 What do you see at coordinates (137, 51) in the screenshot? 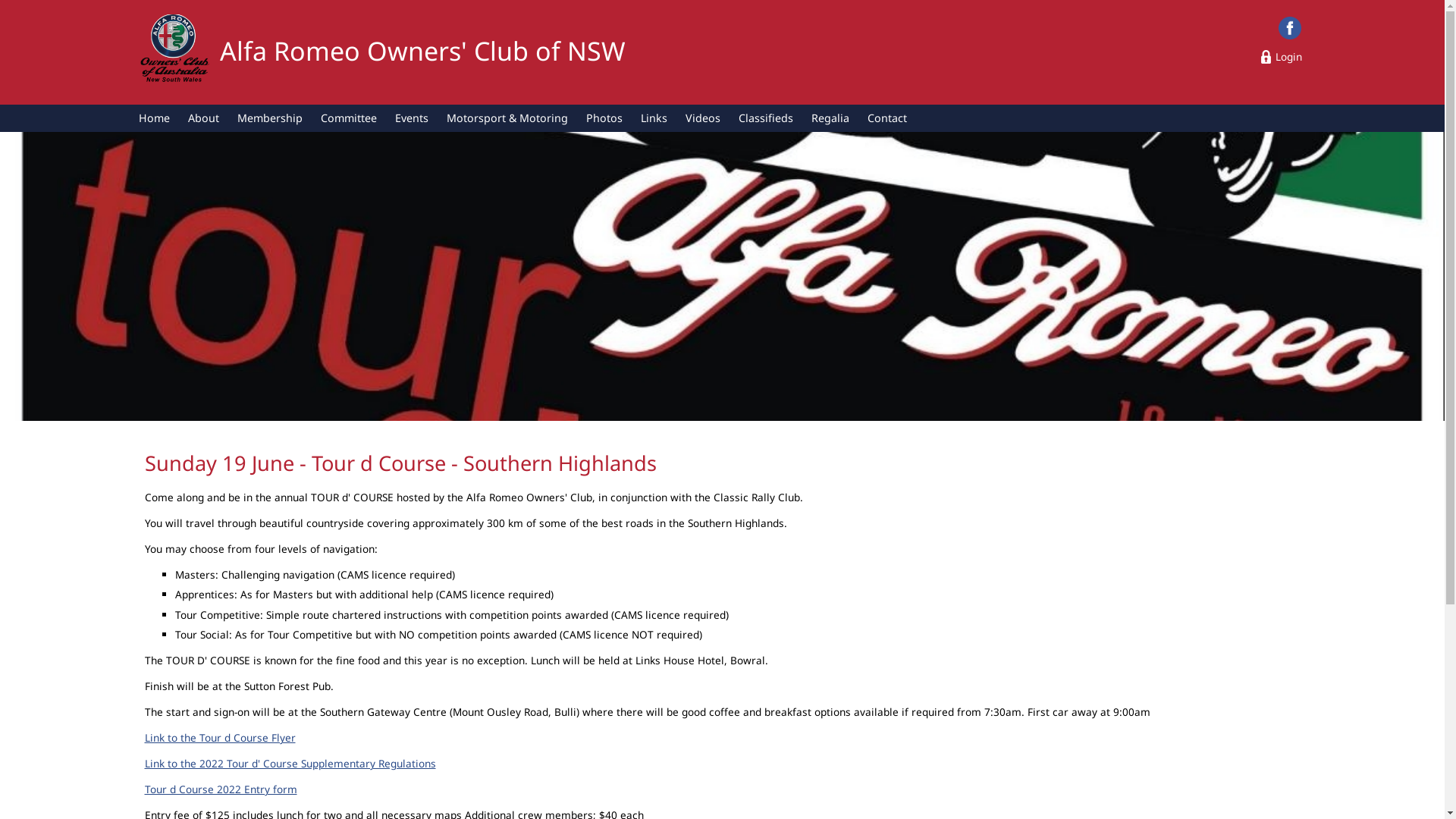
I see `'Alfa Romeo Owners' Club of NSW logo'` at bounding box center [137, 51].